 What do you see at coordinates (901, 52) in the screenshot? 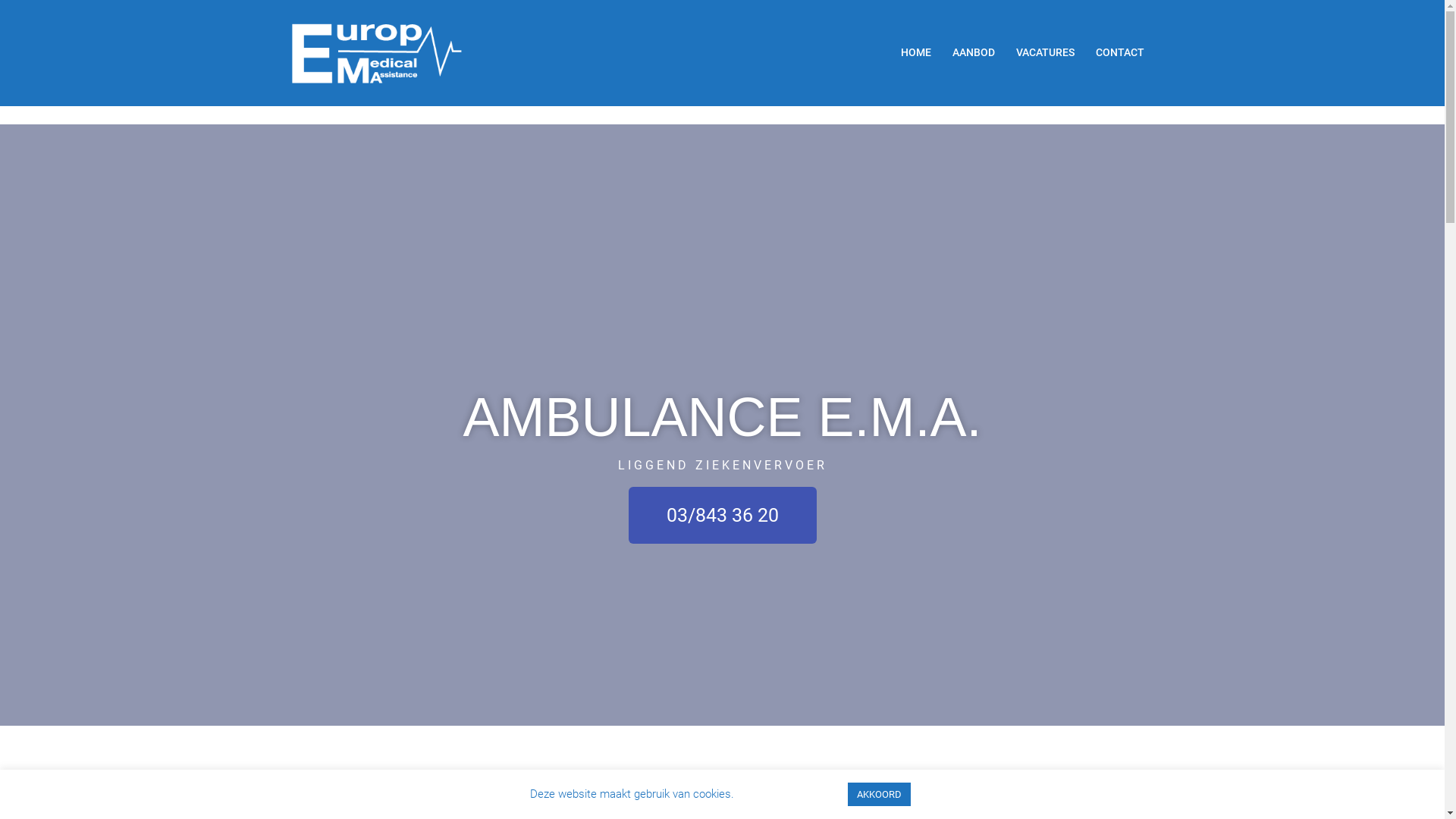
I see `'HOME'` at bounding box center [901, 52].